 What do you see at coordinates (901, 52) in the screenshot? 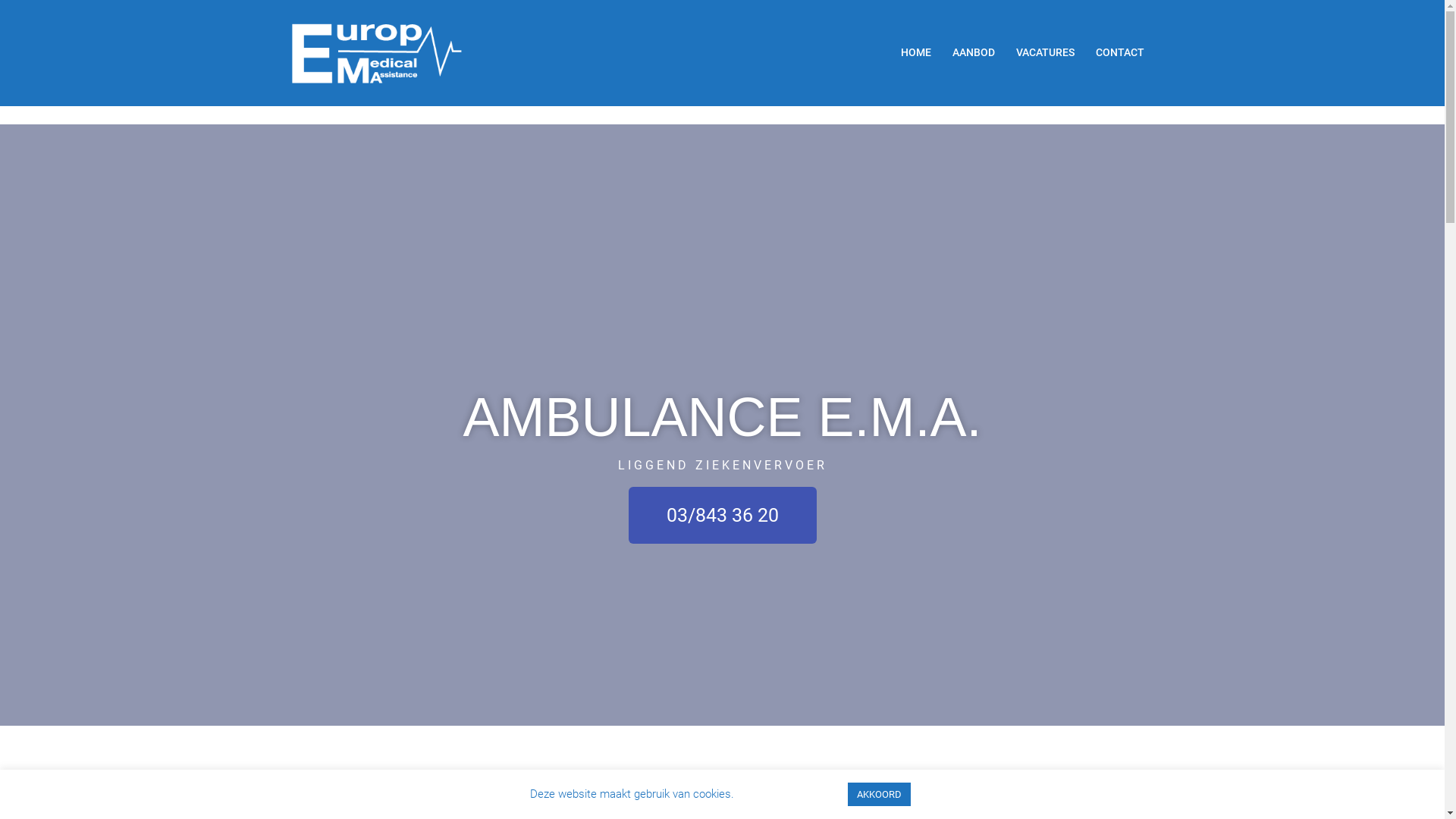
I see `'HOME'` at bounding box center [901, 52].